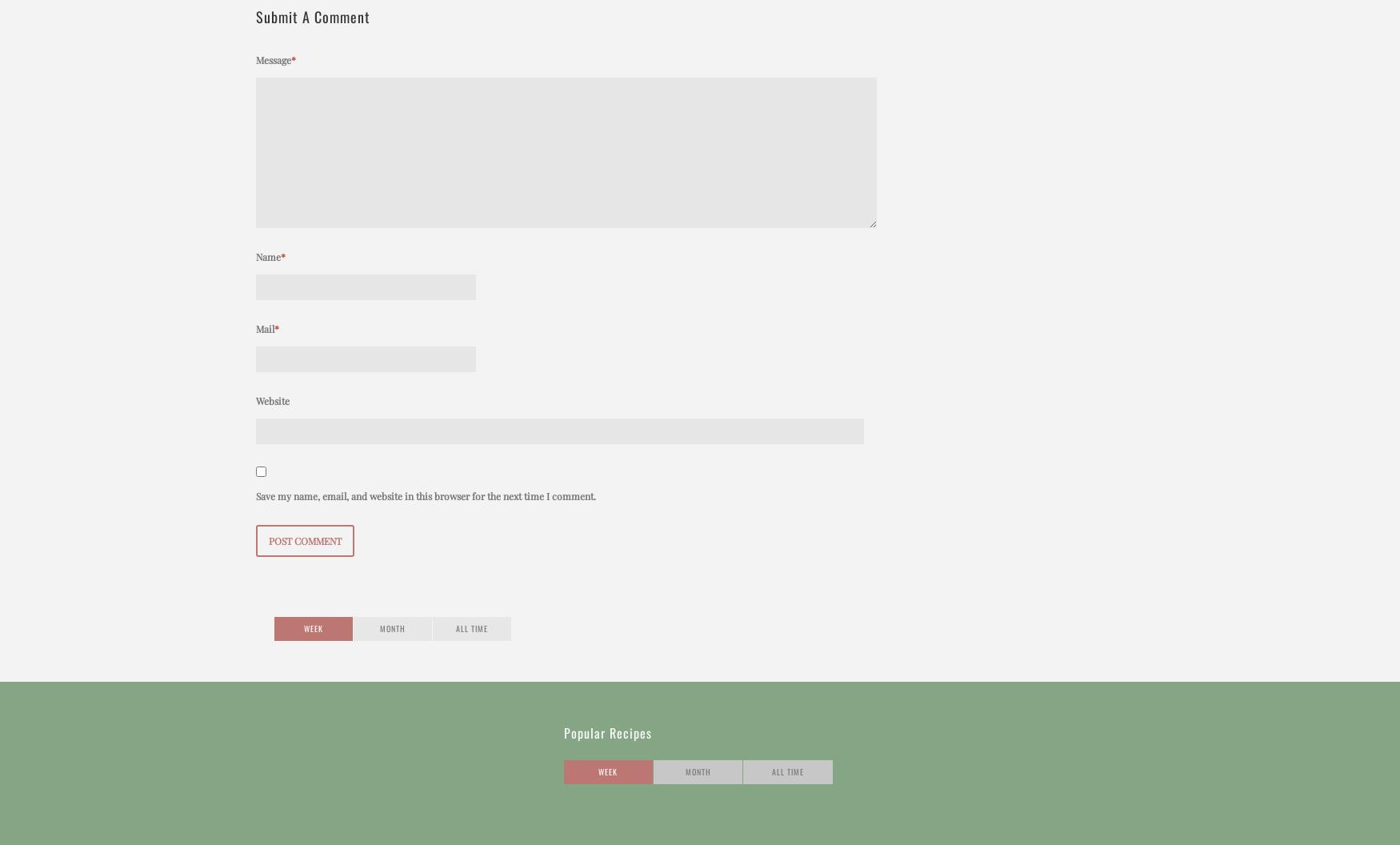 This screenshot has height=845, width=1400. I want to click on 'Mail', so click(265, 328).